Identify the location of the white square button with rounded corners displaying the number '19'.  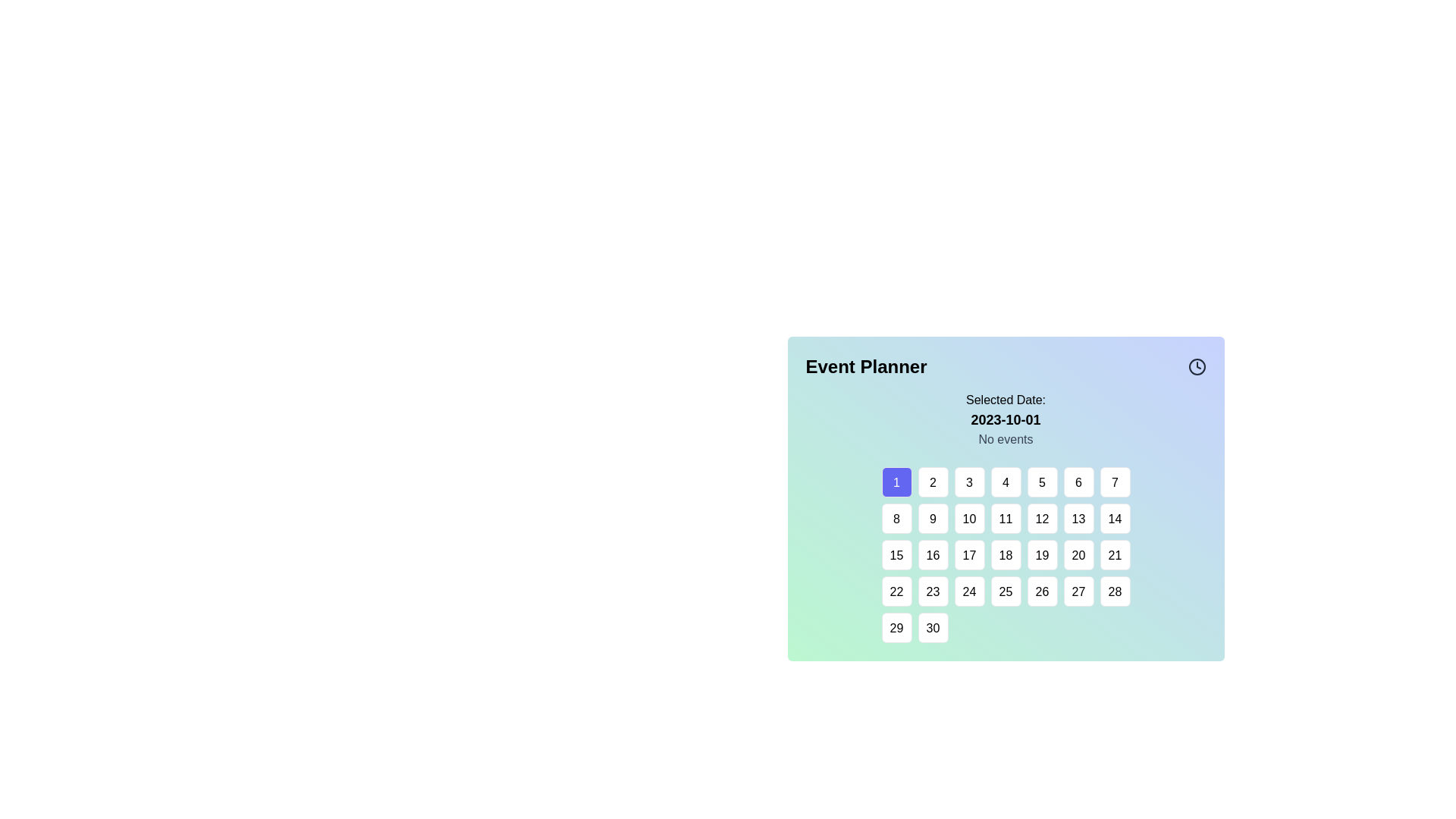
(1041, 555).